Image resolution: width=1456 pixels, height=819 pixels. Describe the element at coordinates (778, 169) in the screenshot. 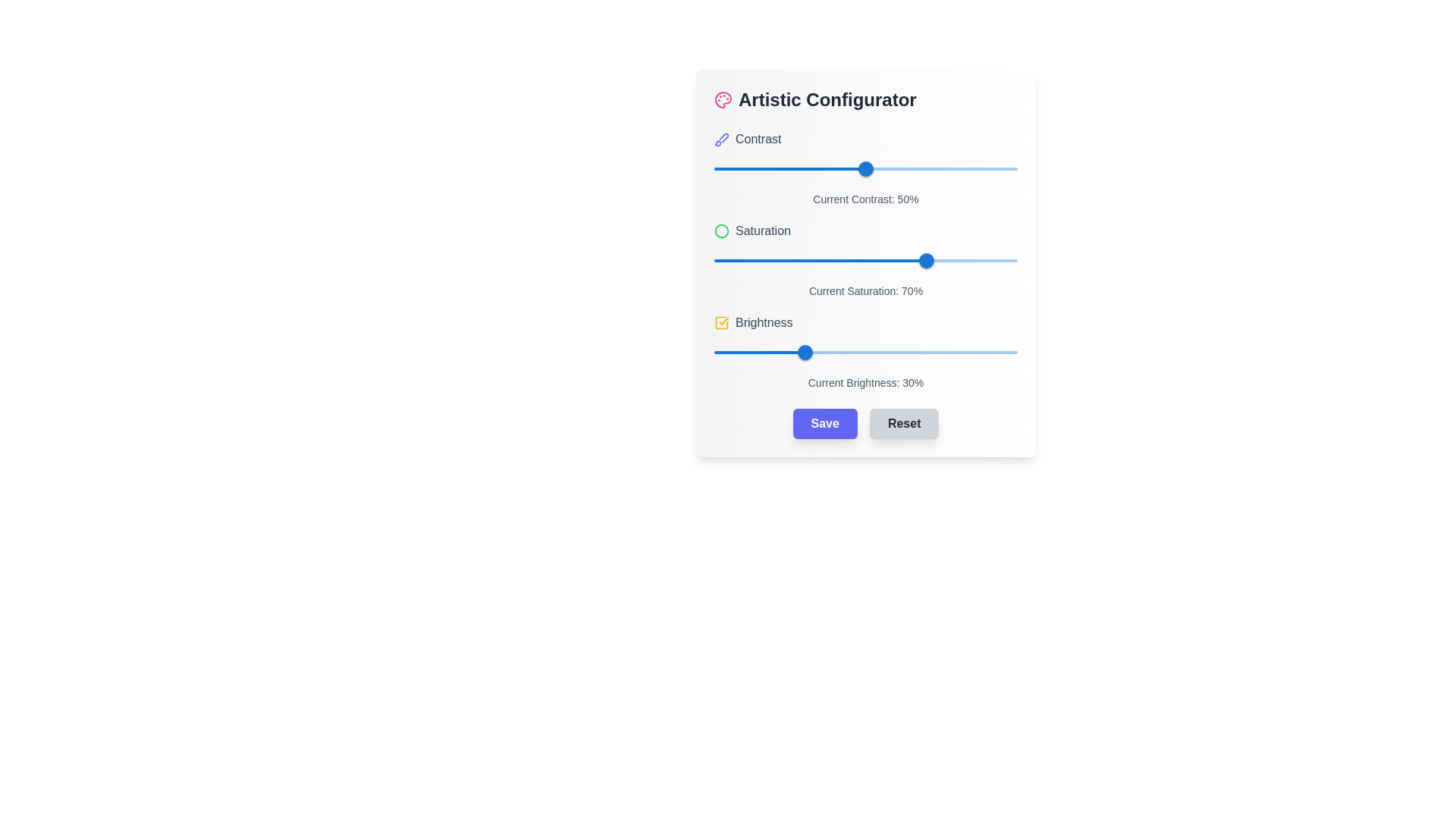

I see `the contrast level` at that location.